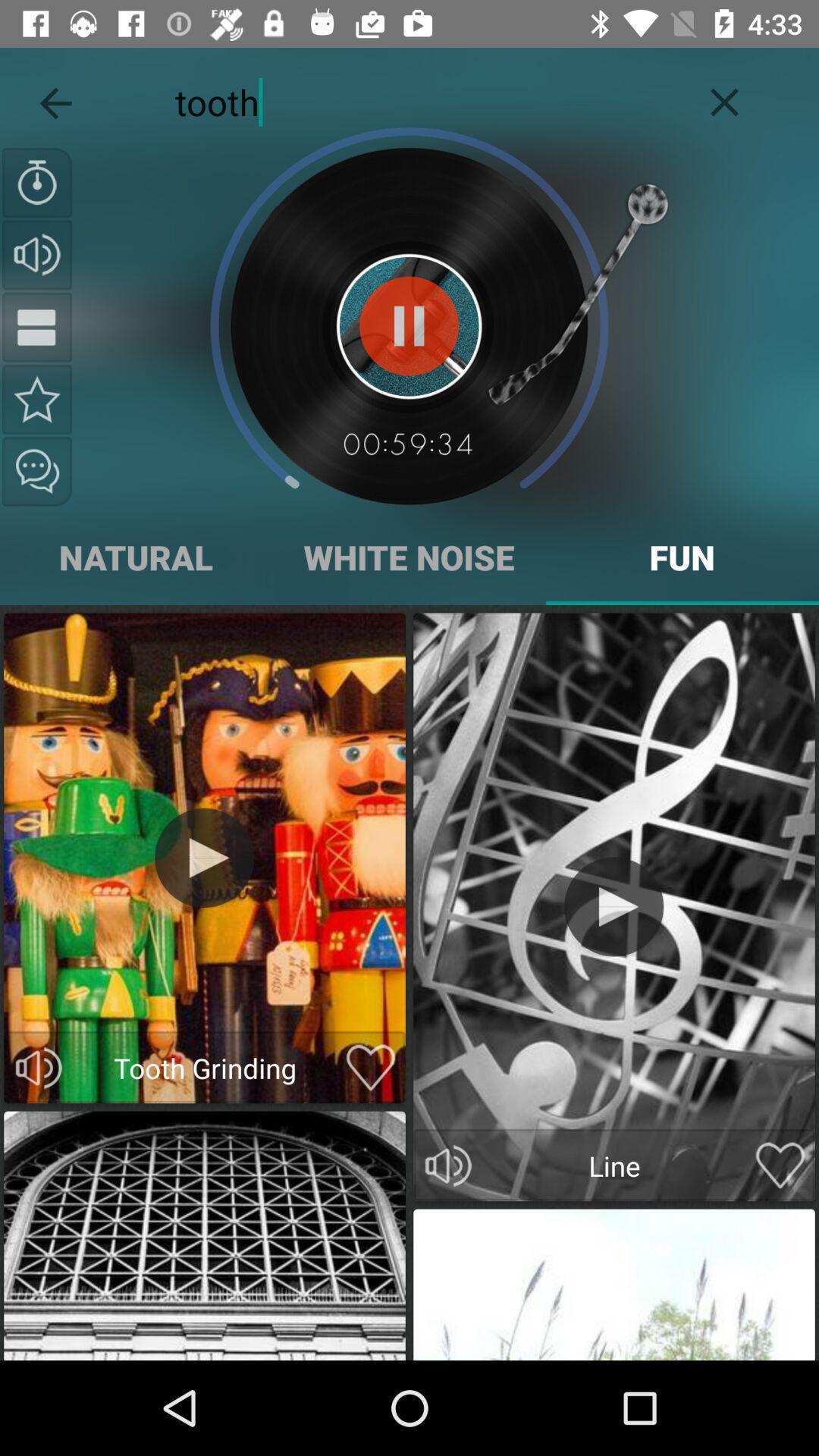 Image resolution: width=819 pixels, height=1456 pixels. What do you see at coordinates (780, 1165) in the screenshot?
I see `favorite` at bounding box center [780, 1165].